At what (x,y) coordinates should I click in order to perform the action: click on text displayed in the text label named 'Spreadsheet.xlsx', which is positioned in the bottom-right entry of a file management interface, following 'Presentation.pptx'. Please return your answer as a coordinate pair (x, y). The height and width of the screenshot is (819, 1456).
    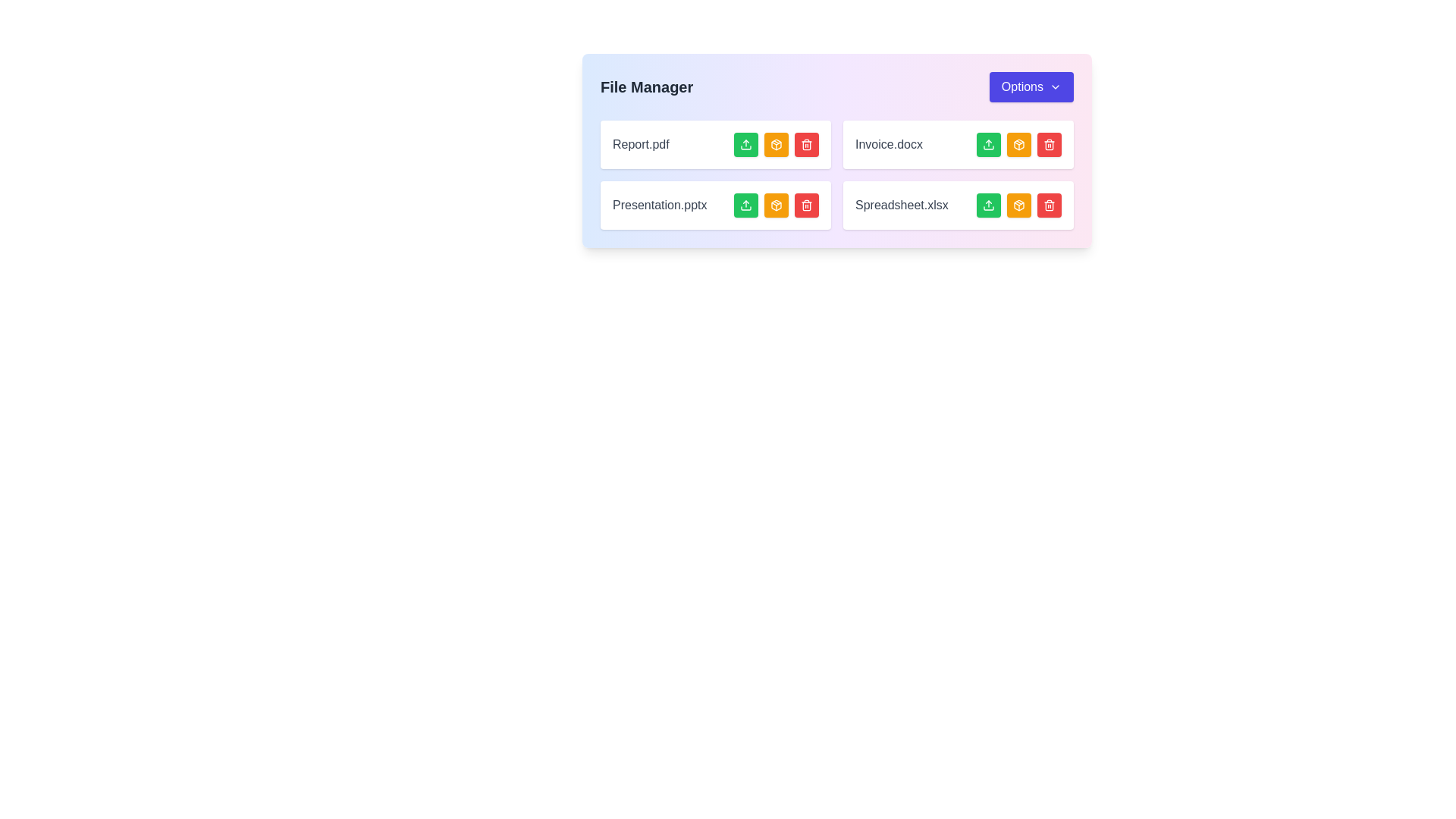
    Looking at the image, I should click on (902, 205).